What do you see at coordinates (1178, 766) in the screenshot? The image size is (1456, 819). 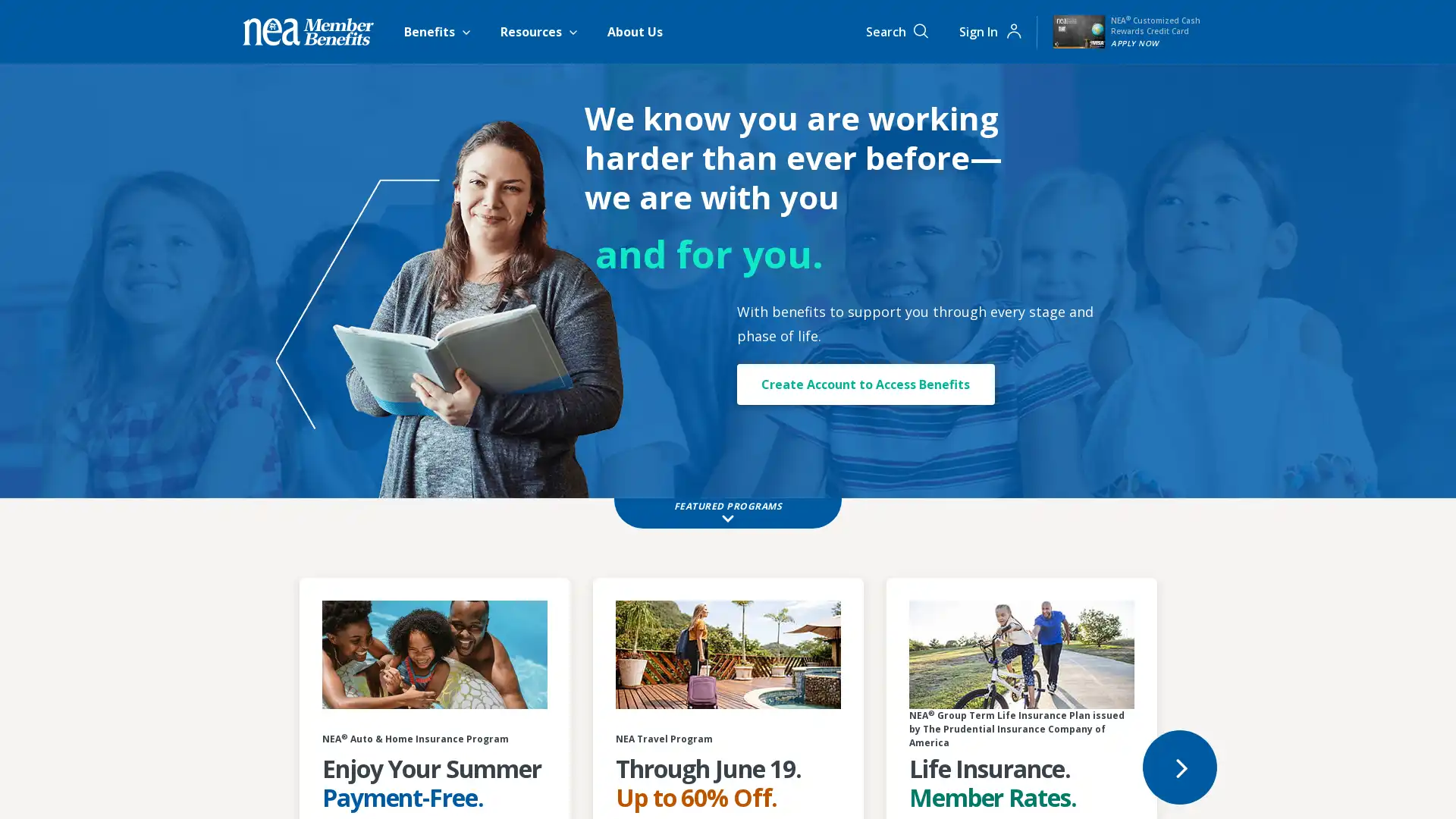 I see `Next` at bounding box center [1178, 766].